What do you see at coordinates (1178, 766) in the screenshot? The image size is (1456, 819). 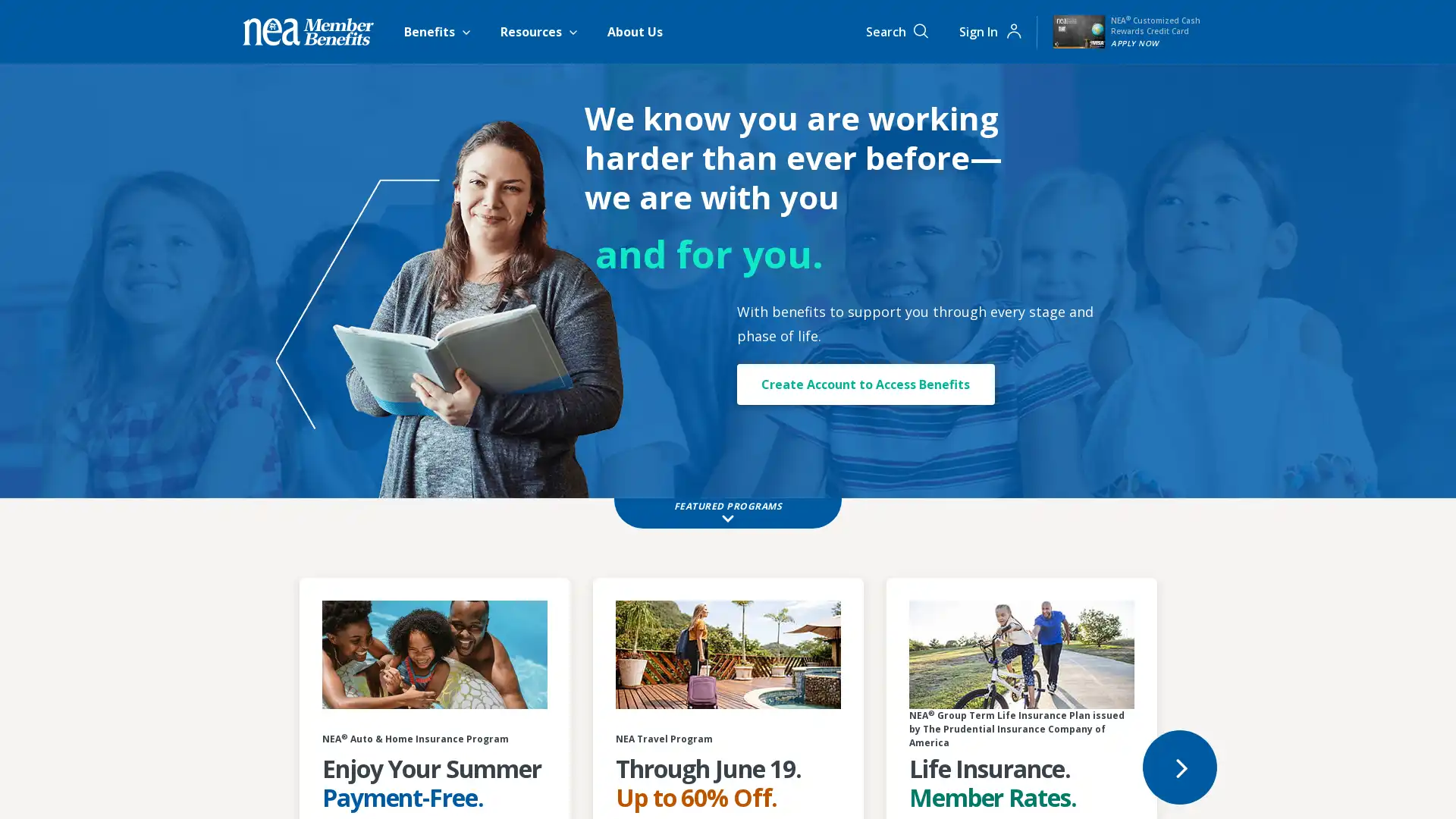 I see `Next` at bounding box center [1178, 766].